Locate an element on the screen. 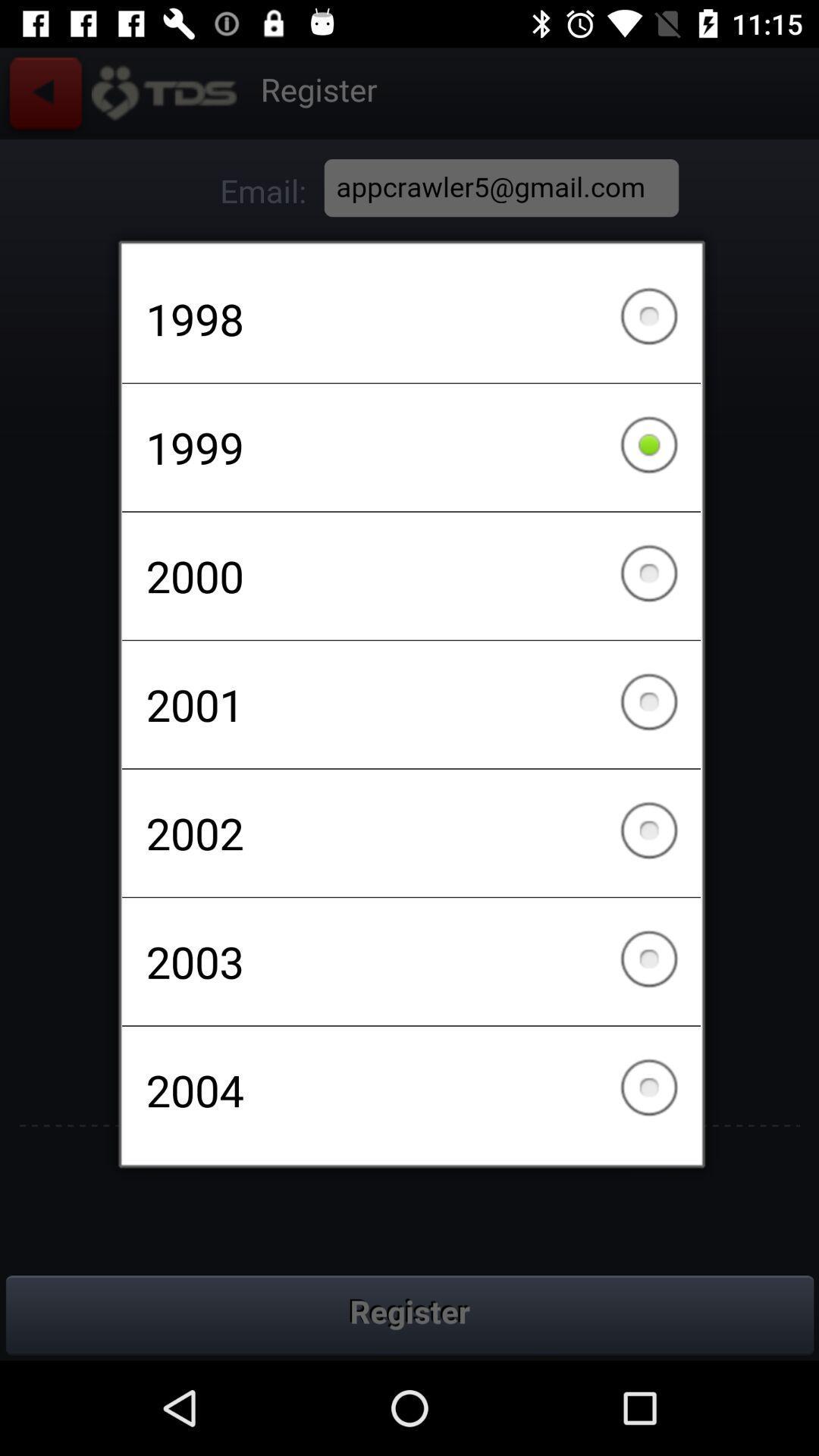 The image size is (819, 1456). the 2002 item is located at coordinates (411, 832).